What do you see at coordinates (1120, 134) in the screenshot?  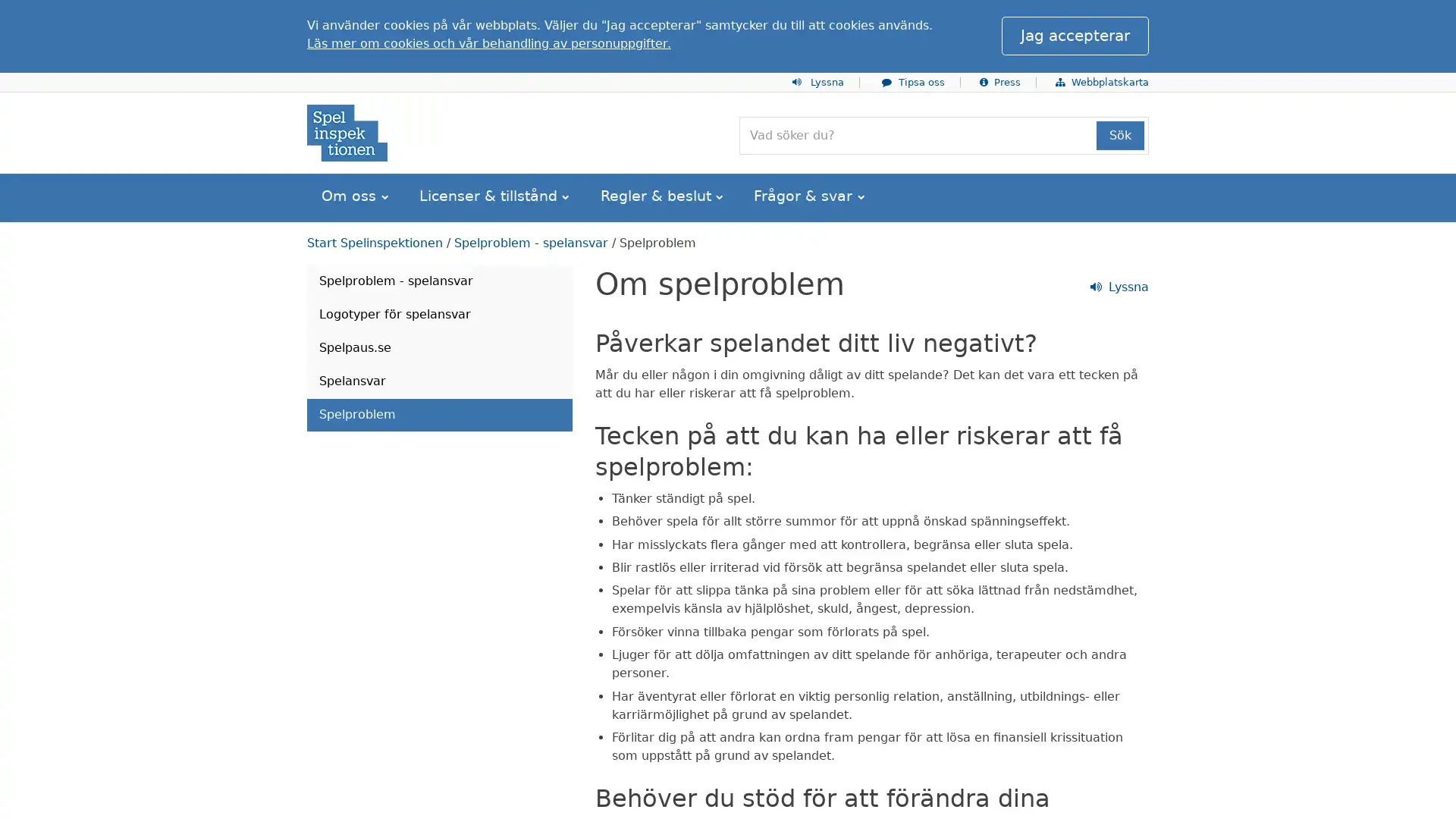 I see `Sok` at bounding box center [1120, 134].